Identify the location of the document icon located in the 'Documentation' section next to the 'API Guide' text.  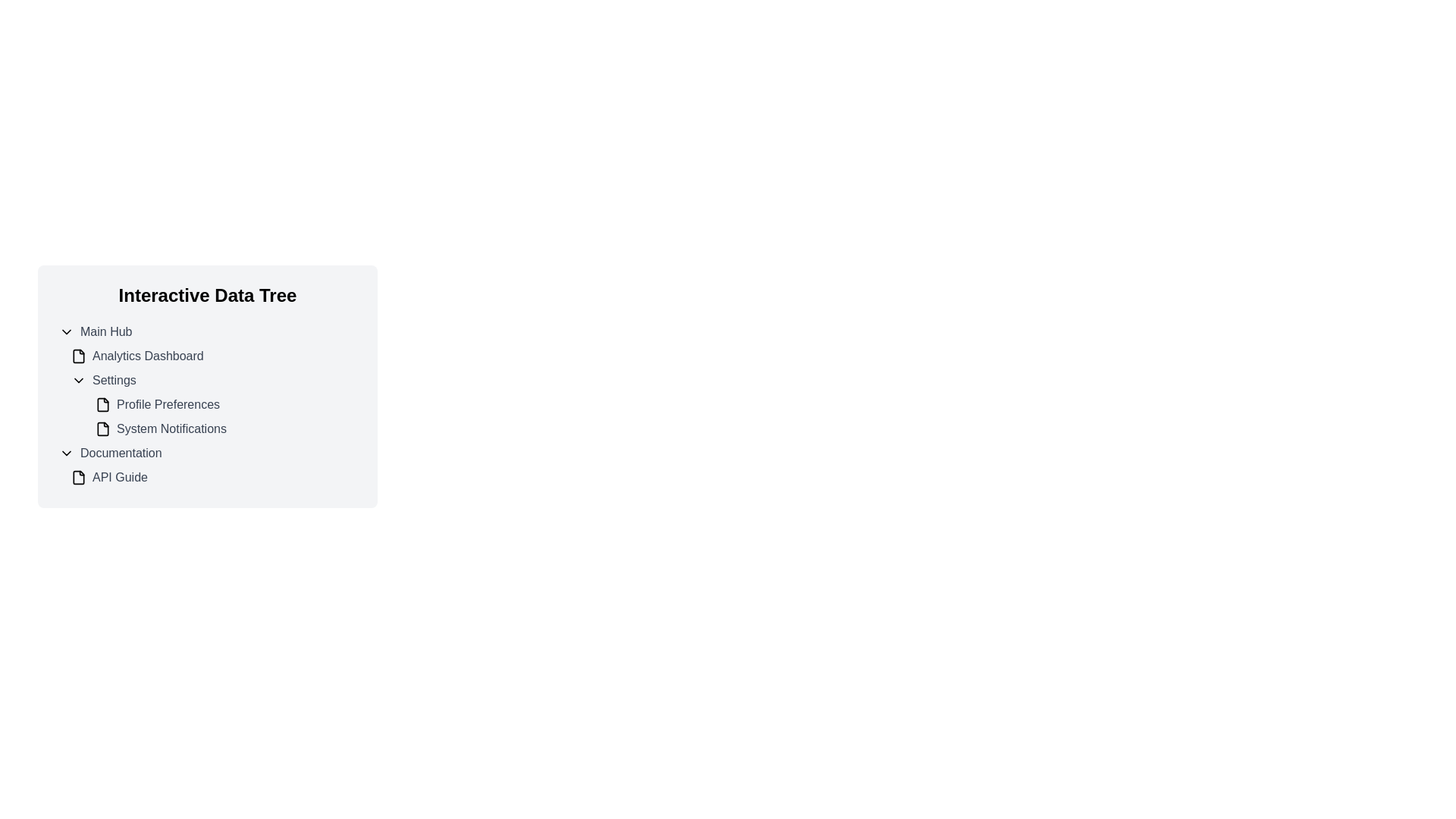
(78, 476).